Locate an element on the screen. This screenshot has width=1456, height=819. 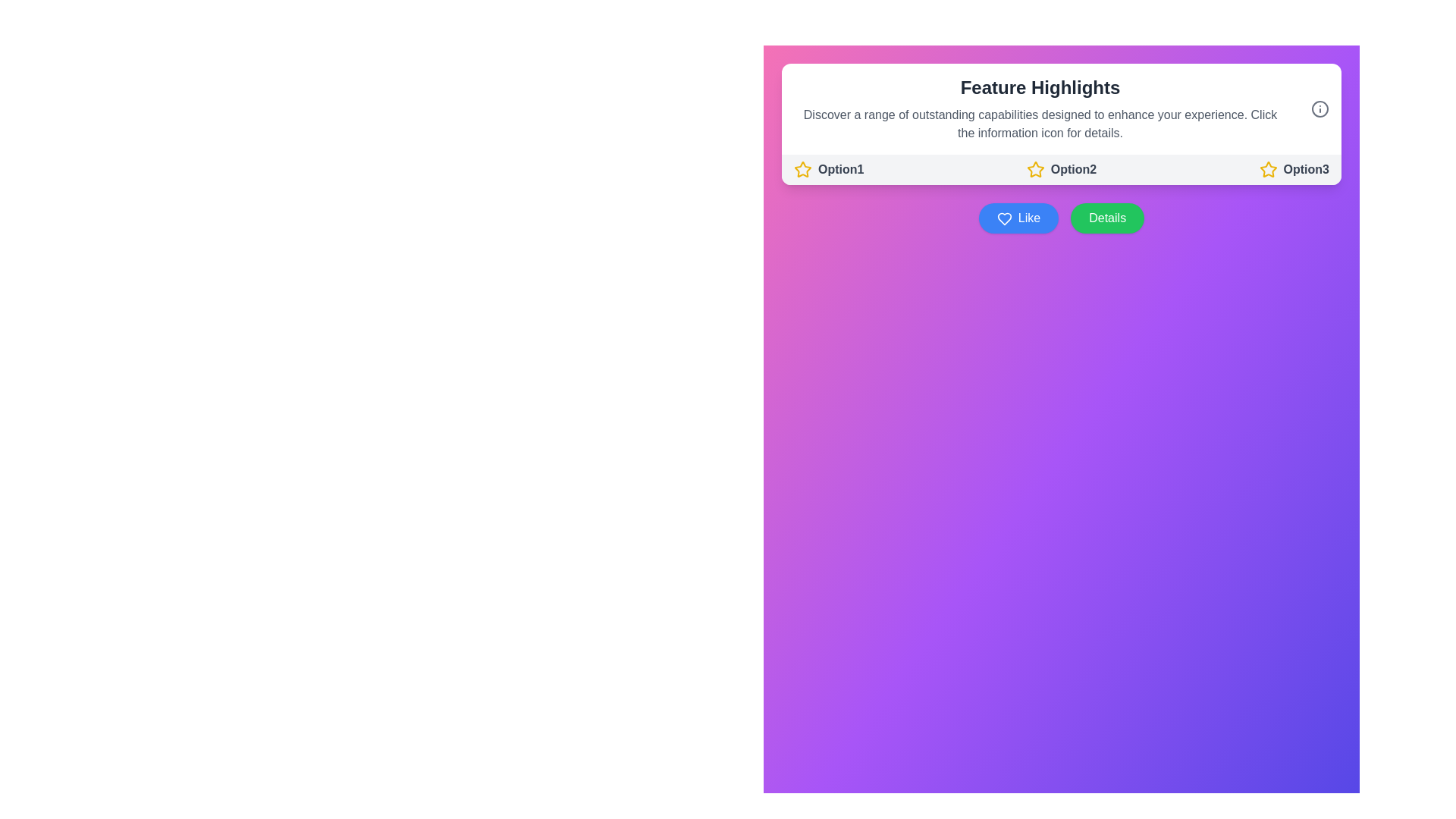
the gray information icon located in the upper-right corner of the white rounded panel is located at coordinates (1319, 108).